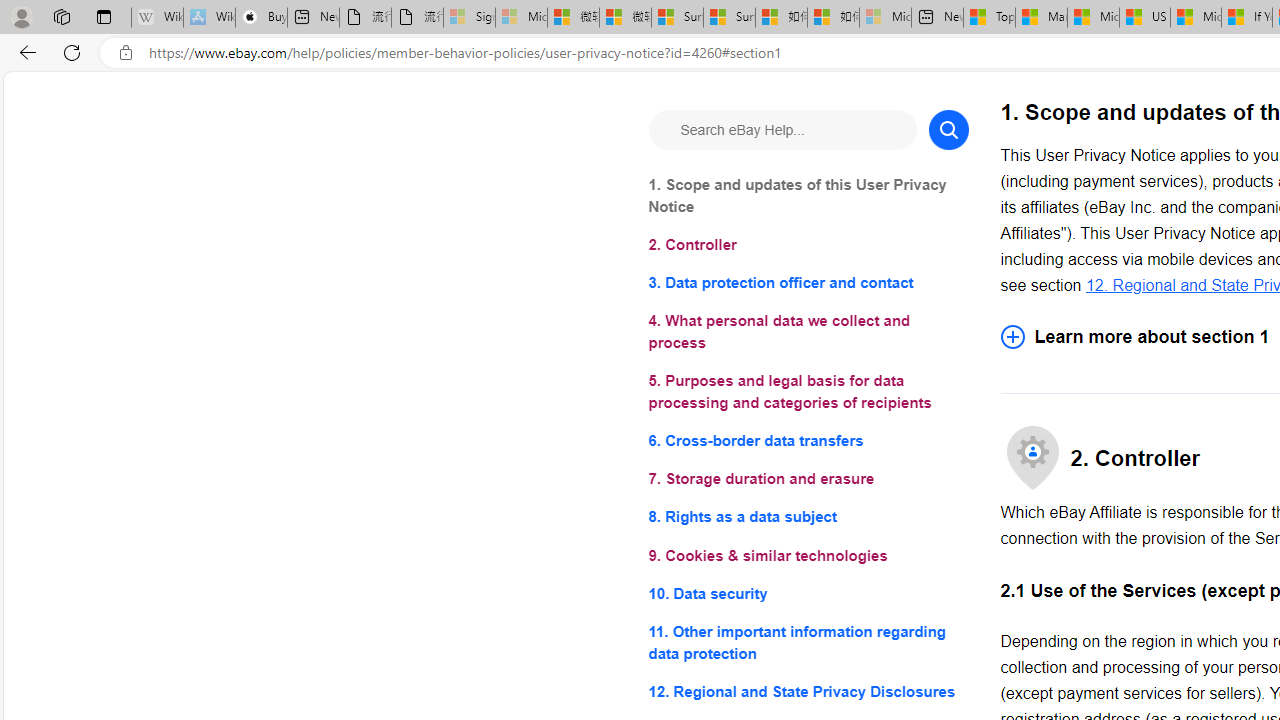 Image resolution: width=1280 pixels, height=720 pixels. Describe the element at coordinates (808, 331) in the screenshot. I see `'4. What personal data we collect and process'` at that location.